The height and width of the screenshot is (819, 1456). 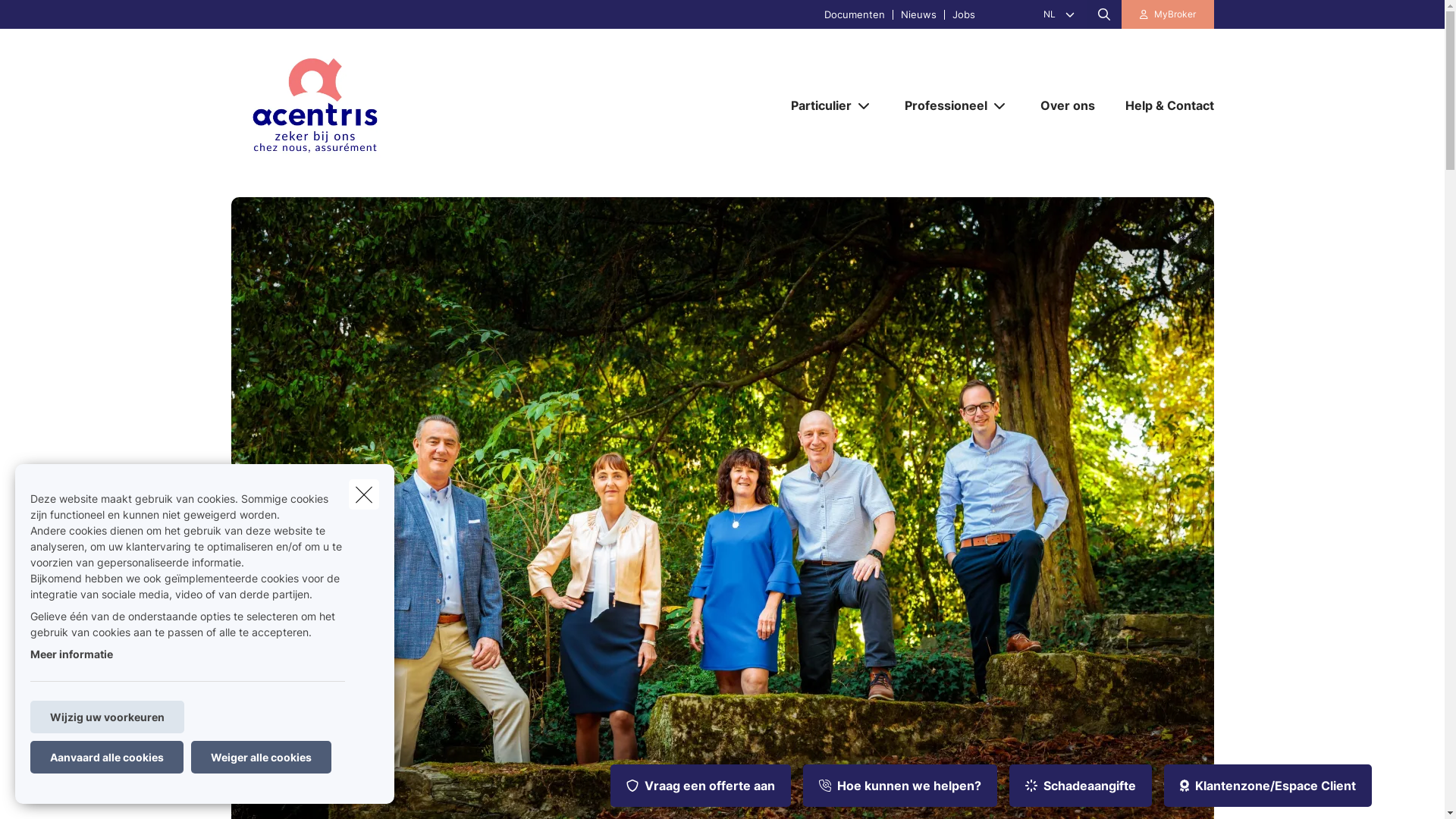 What do you see at coordinates (917, 14) in the screenshot?
I see `'Nieuws'` at bounding box center [917, 14].